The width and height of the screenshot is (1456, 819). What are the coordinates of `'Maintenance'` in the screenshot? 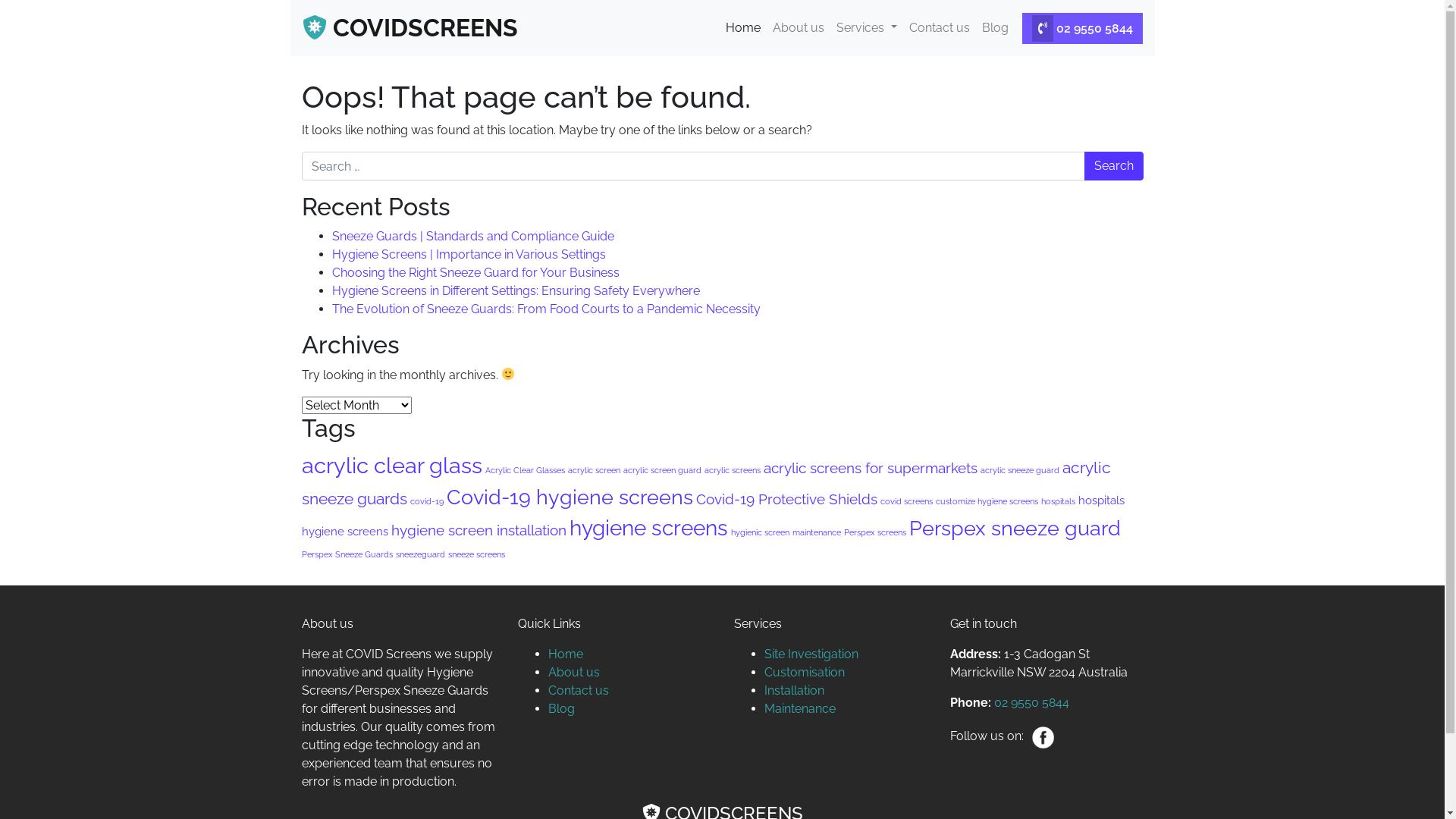 It's located at (799, 708).